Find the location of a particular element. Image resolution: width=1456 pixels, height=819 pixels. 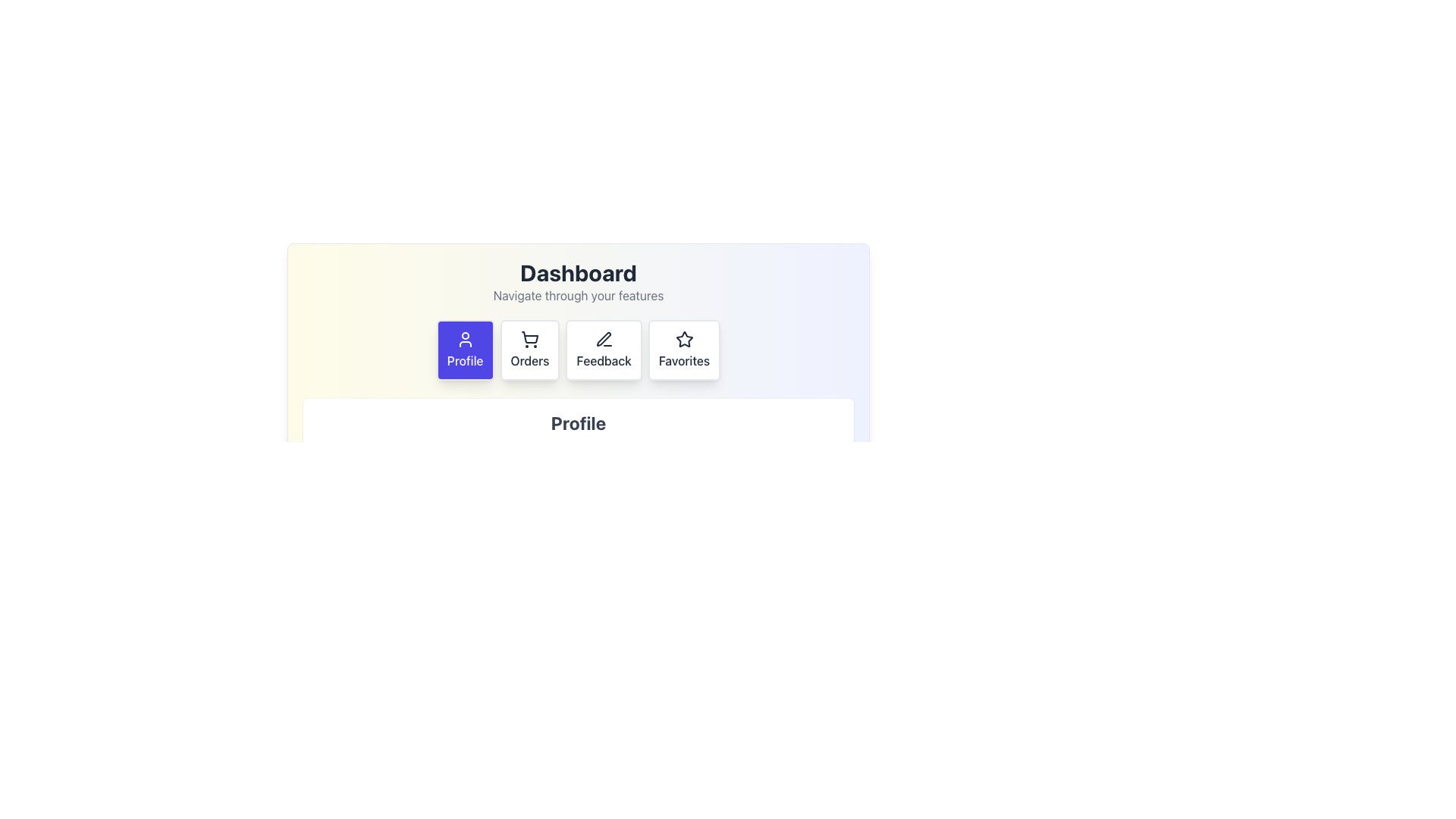

the 'Profile' button, which is the first button from the left in a group of four buttons located is located at coordinates (464, 350).